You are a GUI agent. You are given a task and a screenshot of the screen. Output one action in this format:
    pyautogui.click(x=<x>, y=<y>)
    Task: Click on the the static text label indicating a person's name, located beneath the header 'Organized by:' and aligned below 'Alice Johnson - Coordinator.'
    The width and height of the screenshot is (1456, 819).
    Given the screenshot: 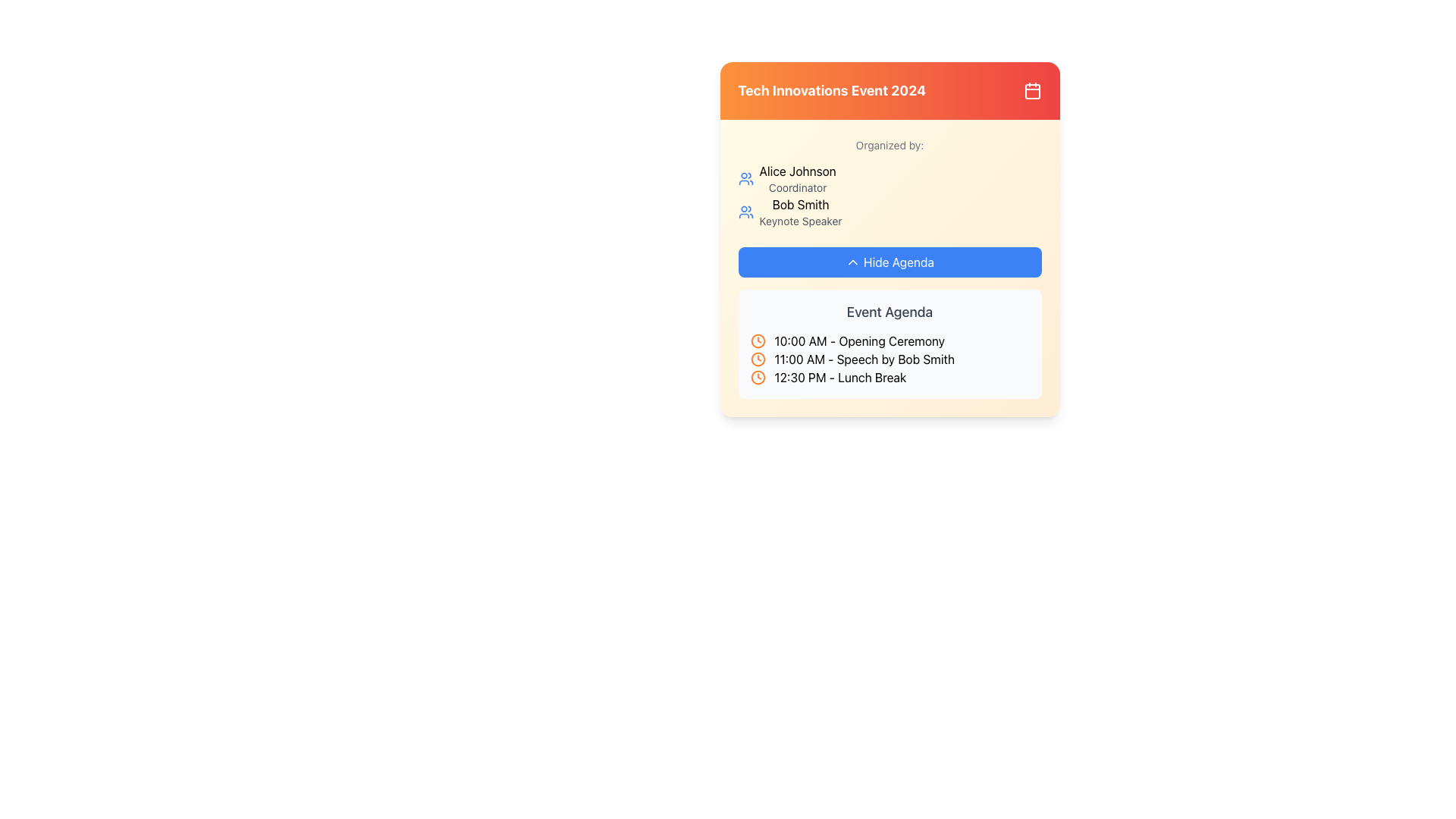 What is the action you would take?
    pyautogui.click(x=800, y=205)
    